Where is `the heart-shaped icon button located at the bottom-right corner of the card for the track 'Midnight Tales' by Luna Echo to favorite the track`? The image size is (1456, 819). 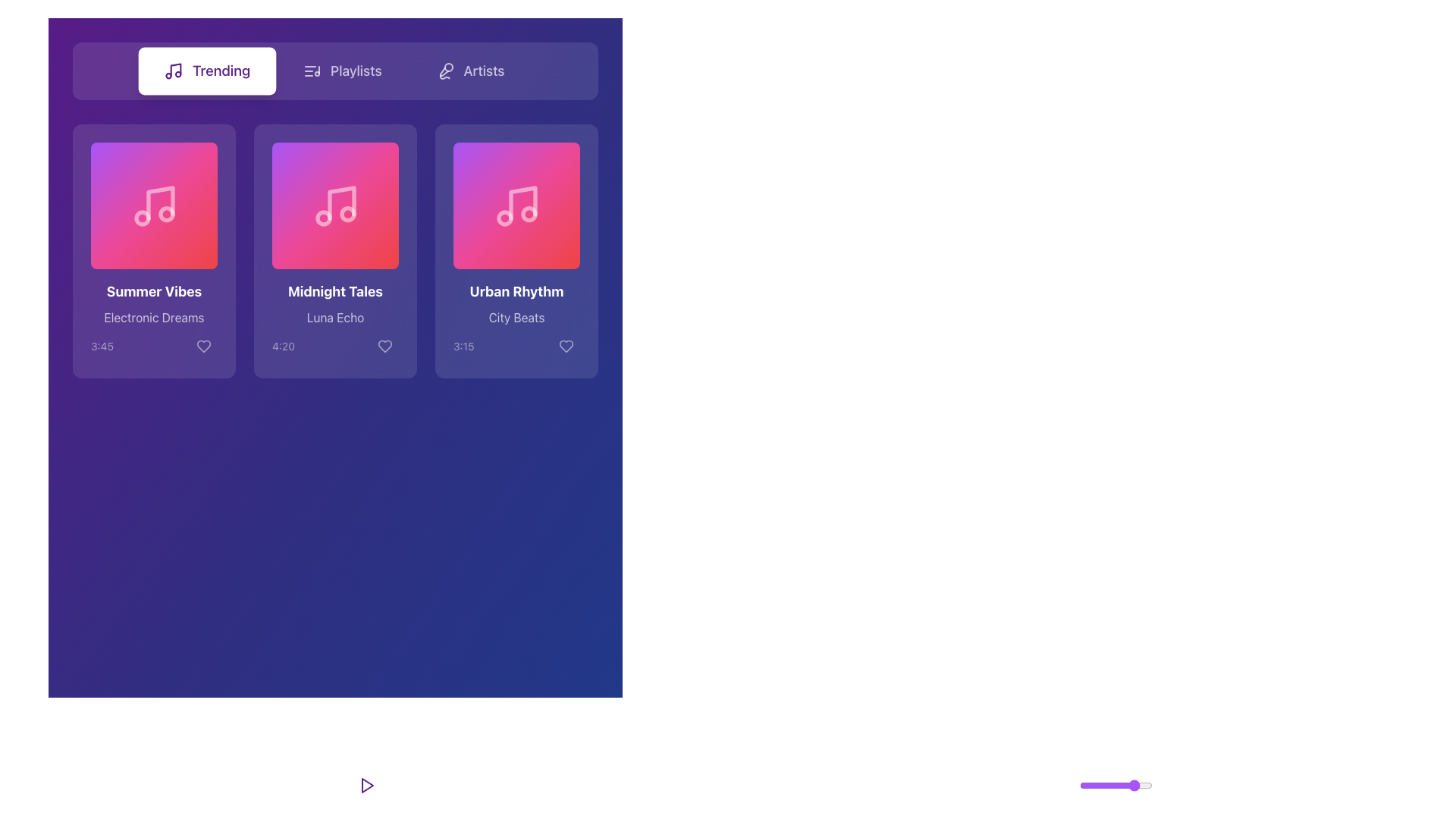 the heart-shaped icon button located at the bottom-right corner of the card for the track 'Midnight Tales' by Luna Echo to favorite the track is located at coordinates (385, 346).